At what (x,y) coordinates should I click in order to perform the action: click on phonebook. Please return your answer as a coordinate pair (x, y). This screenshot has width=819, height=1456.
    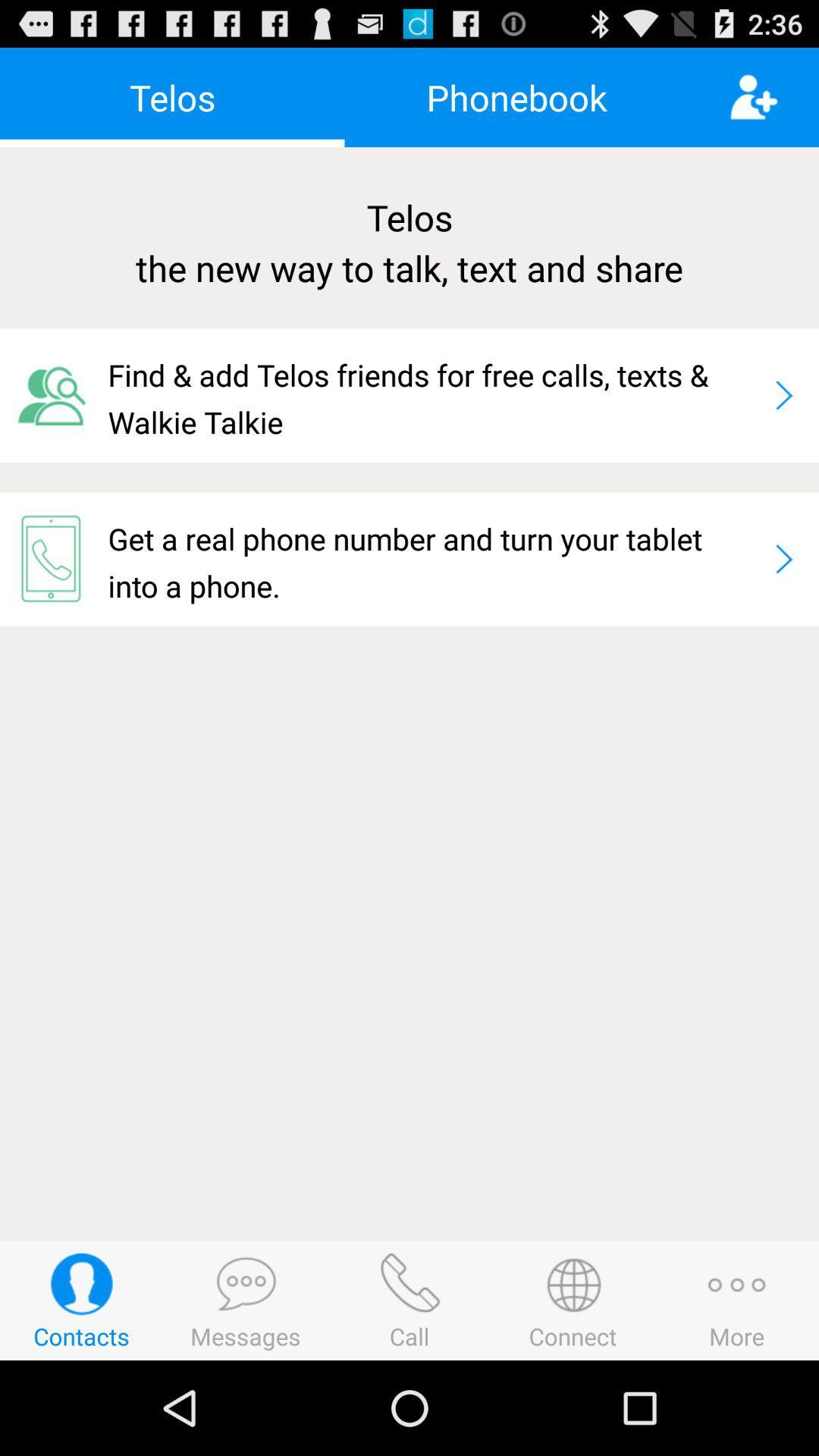
    Looking at the image, I should click on (516, 96).